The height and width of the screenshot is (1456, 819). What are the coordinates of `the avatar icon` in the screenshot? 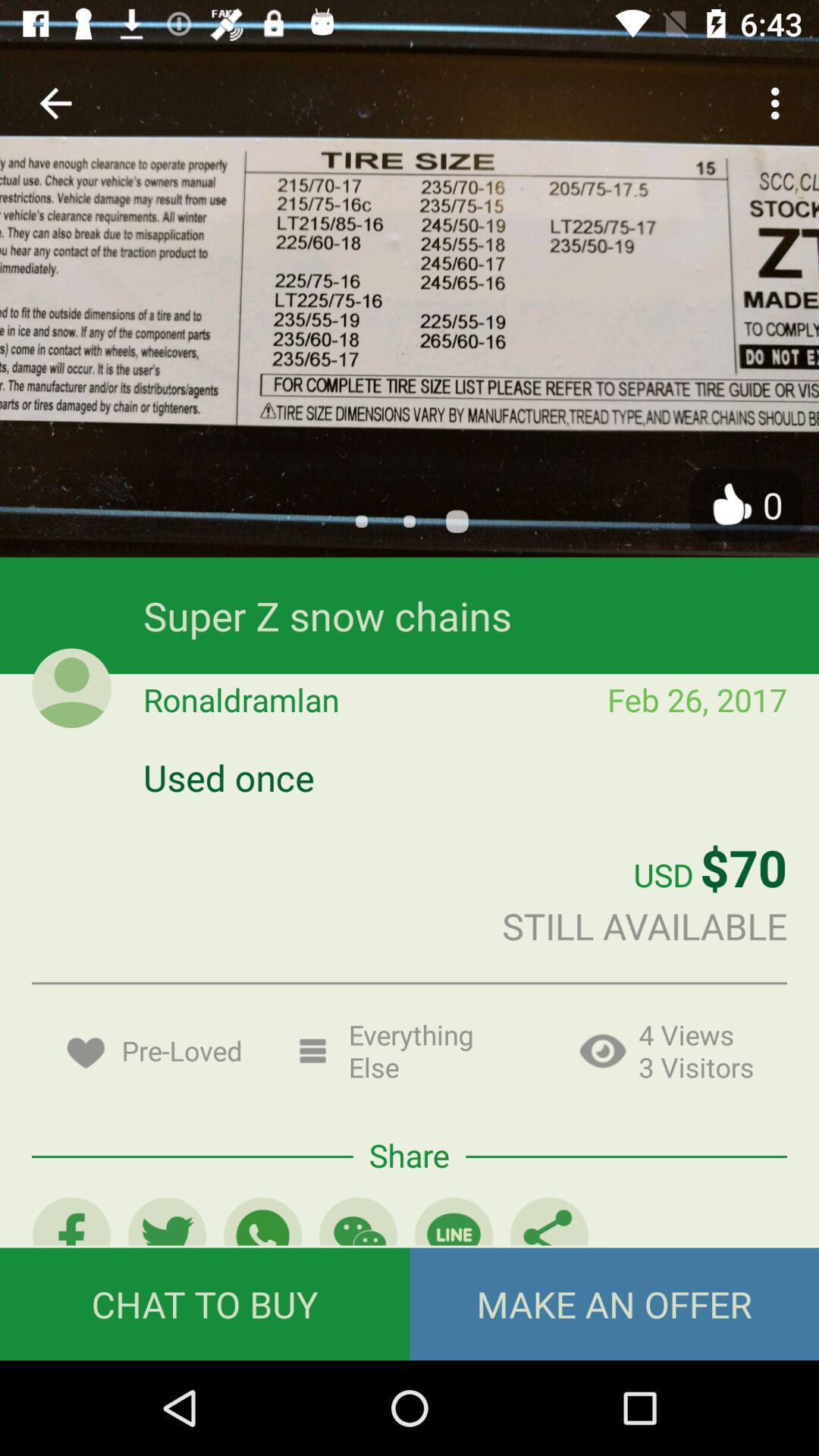 It's located at (71, 687).